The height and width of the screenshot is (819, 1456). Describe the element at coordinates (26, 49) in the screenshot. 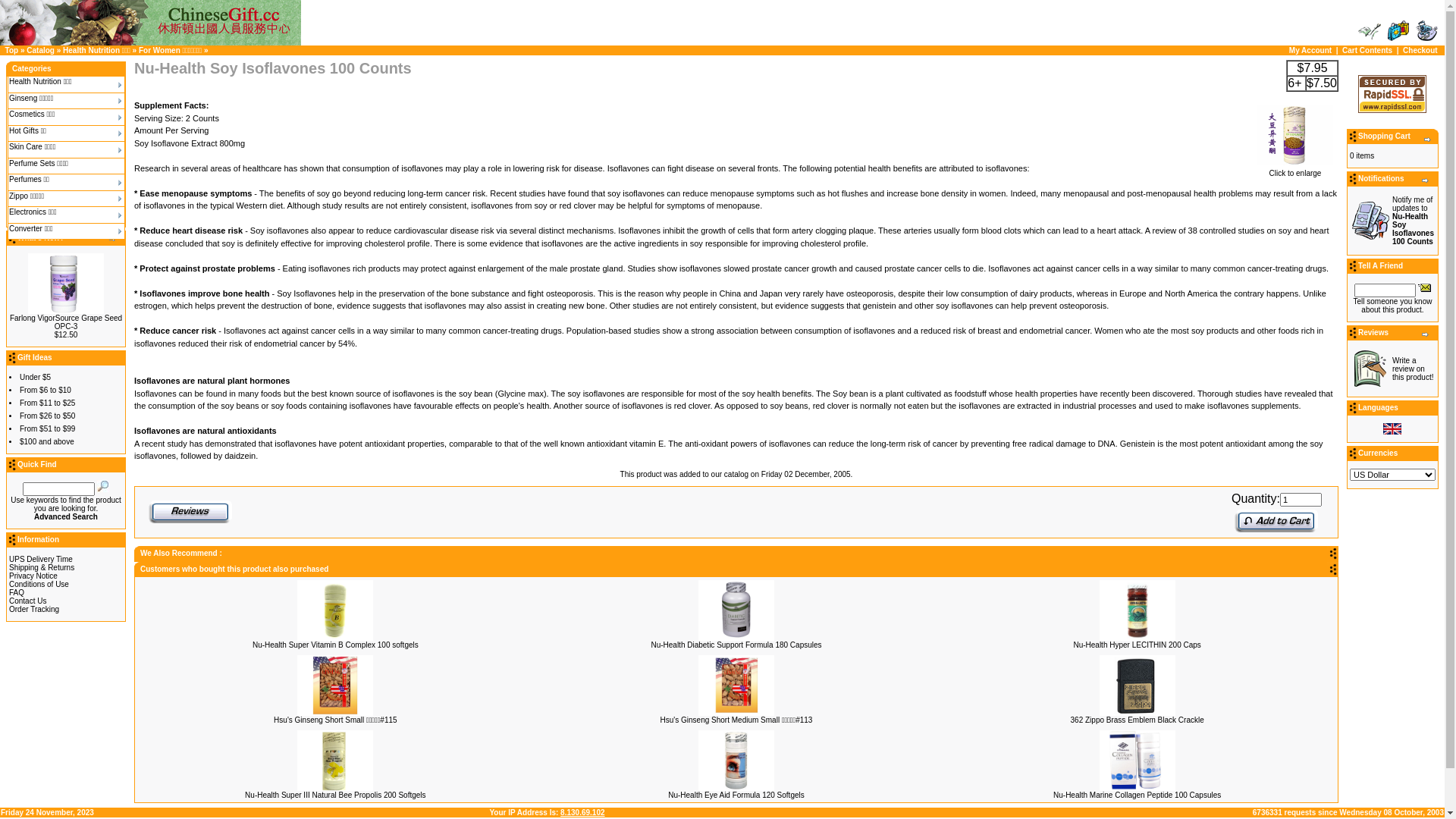

I see `'Catalog'` at that location.